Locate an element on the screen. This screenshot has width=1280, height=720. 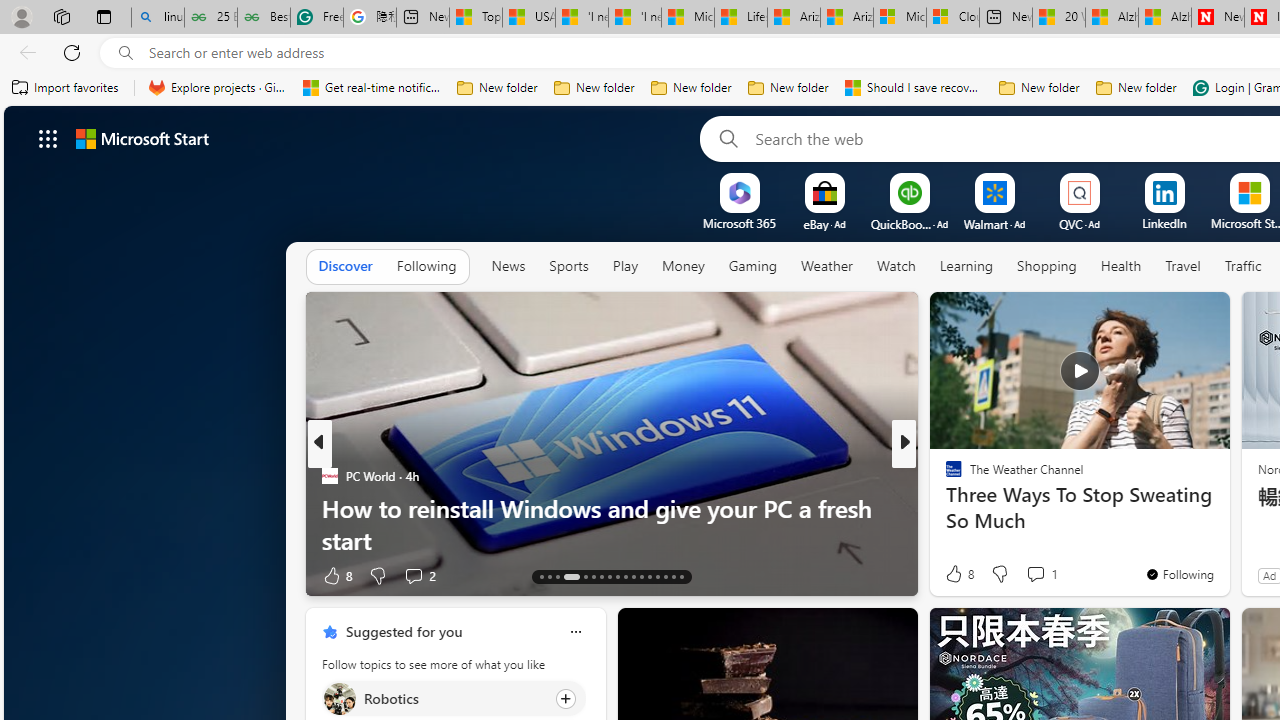
'AutomationID: tab-17' is located at coordinates (584, 577).